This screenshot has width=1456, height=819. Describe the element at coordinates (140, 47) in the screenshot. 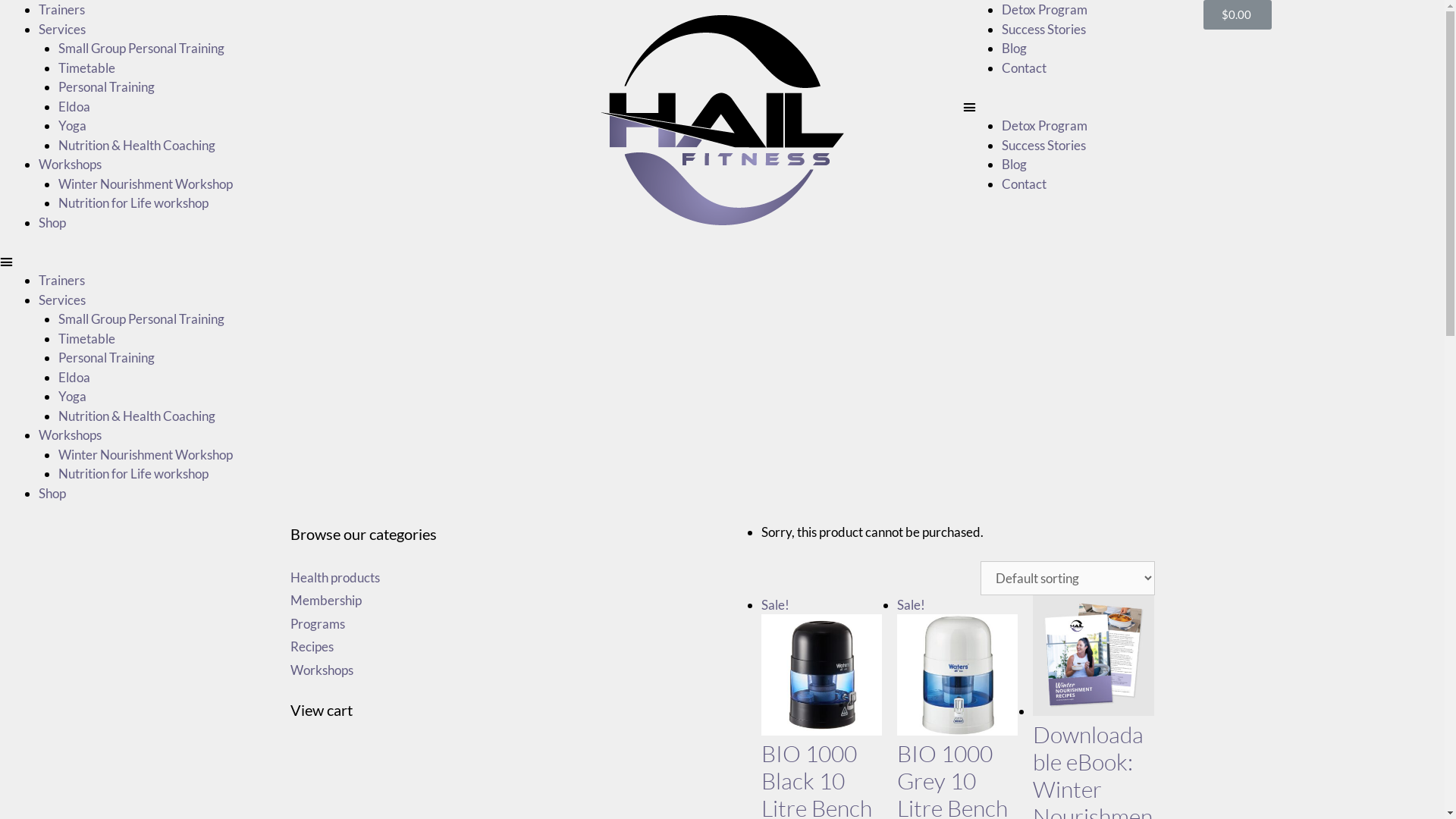

I see `'Small Group Personal Training'` at that location.